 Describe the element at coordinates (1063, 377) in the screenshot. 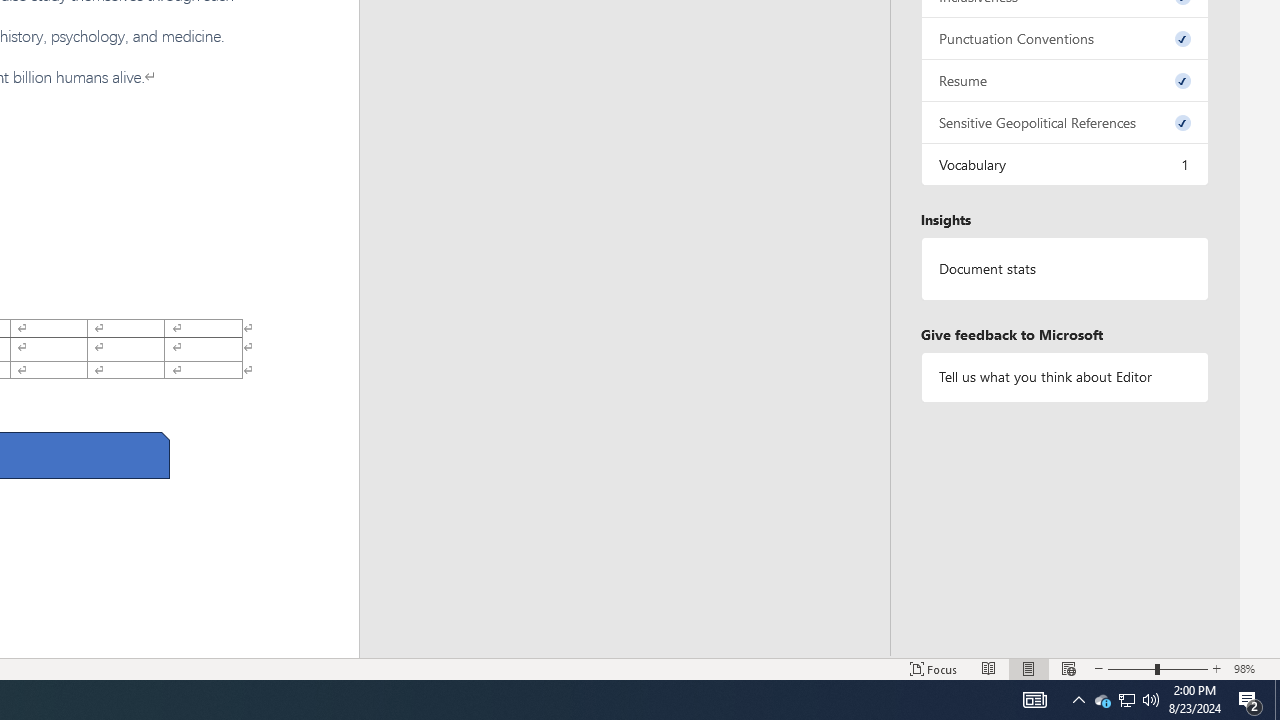

I see `'Tell us what you think about Editor'` at that location.